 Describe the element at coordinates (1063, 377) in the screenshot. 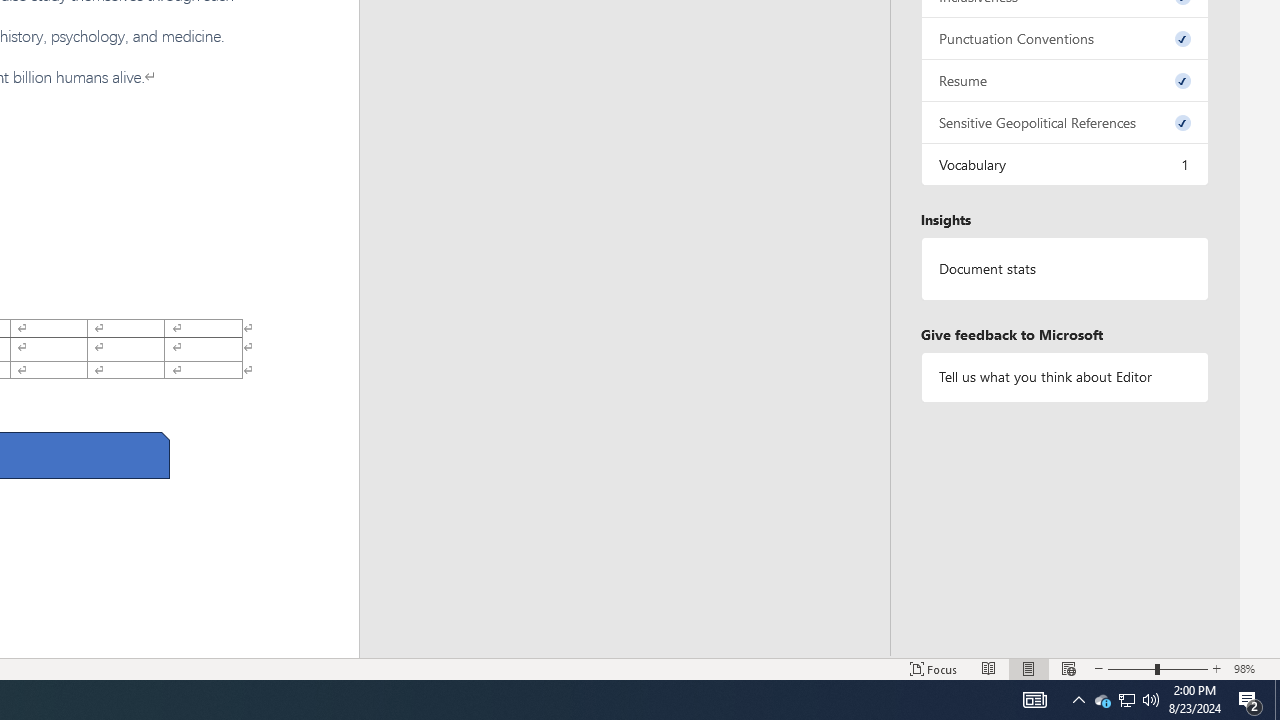

I see `'Tell us what you think about Editor'` at that location.